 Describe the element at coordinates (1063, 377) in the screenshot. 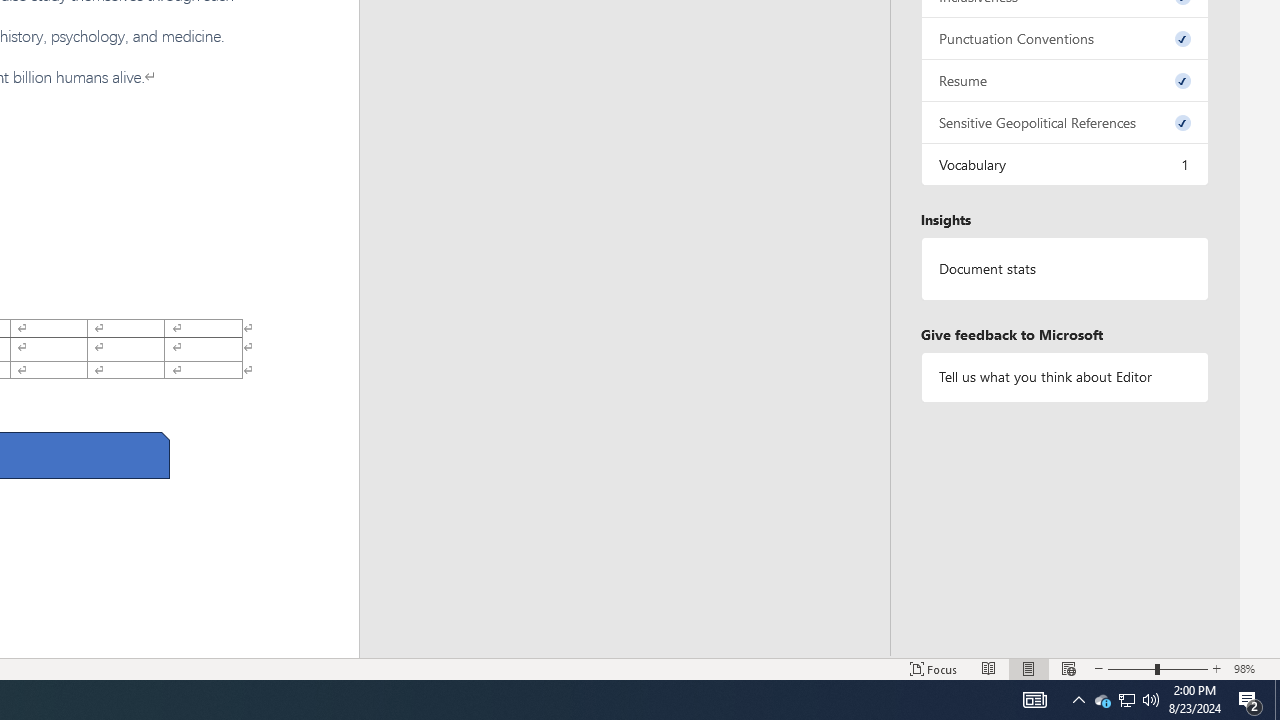

I see `'Tell us what you think about Editor'` at that location.